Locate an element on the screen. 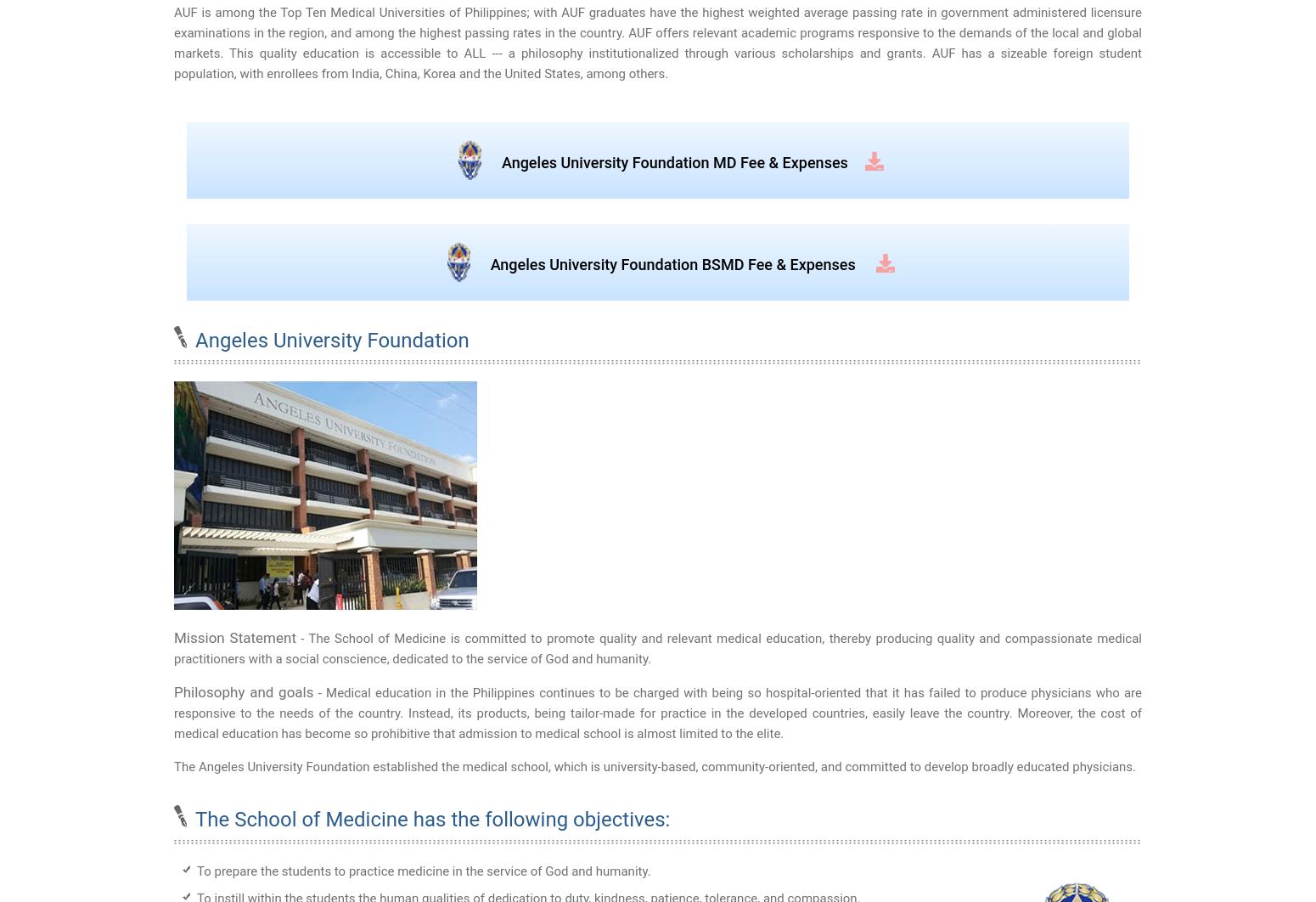 This screenshot has width=1316, height=902. 'The School of Medicine has the following objectives:' is located at coordinates (431, 819).